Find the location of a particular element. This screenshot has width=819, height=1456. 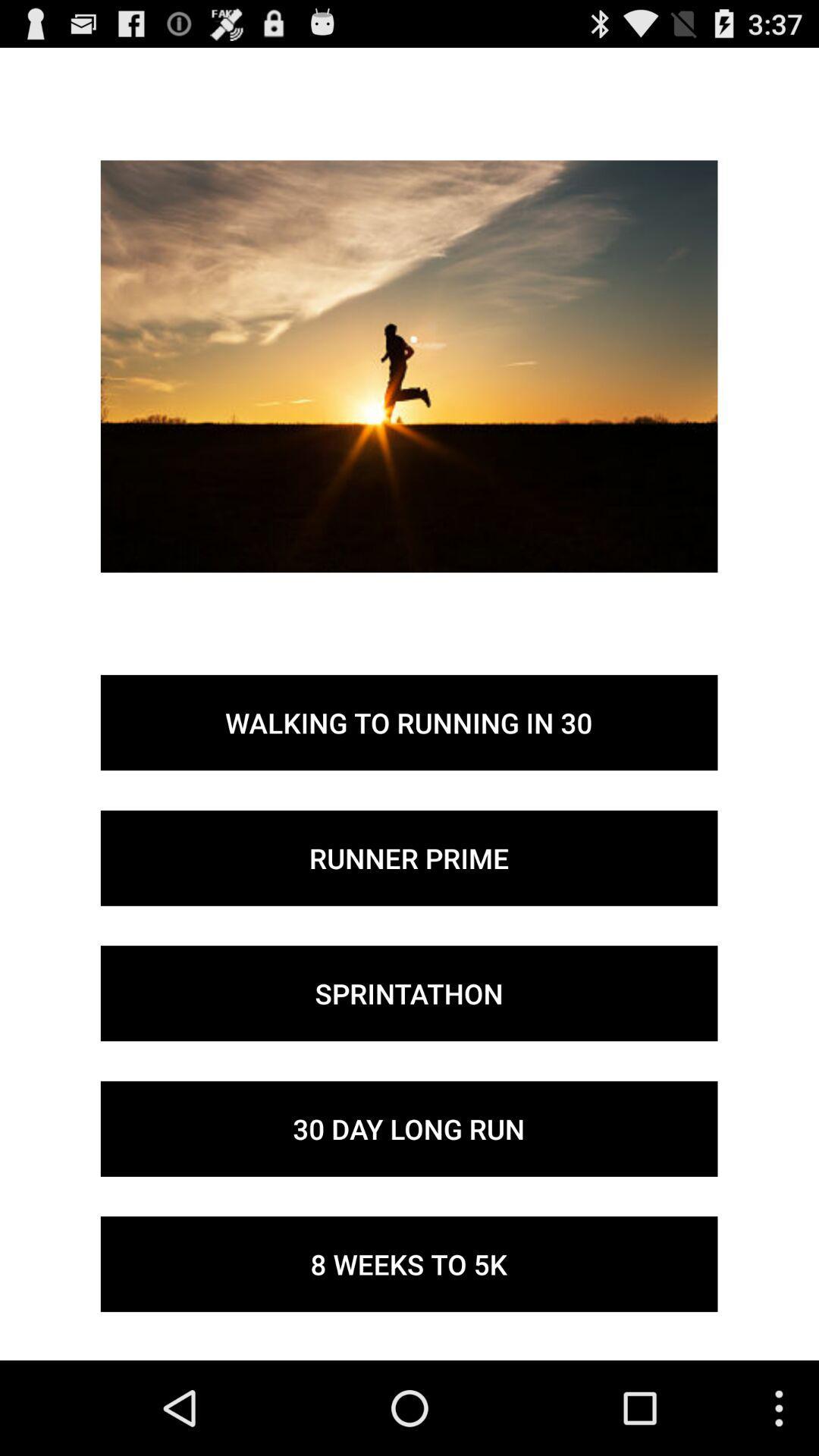

the button above the sprintathon item is located at coordinates (408, 858).